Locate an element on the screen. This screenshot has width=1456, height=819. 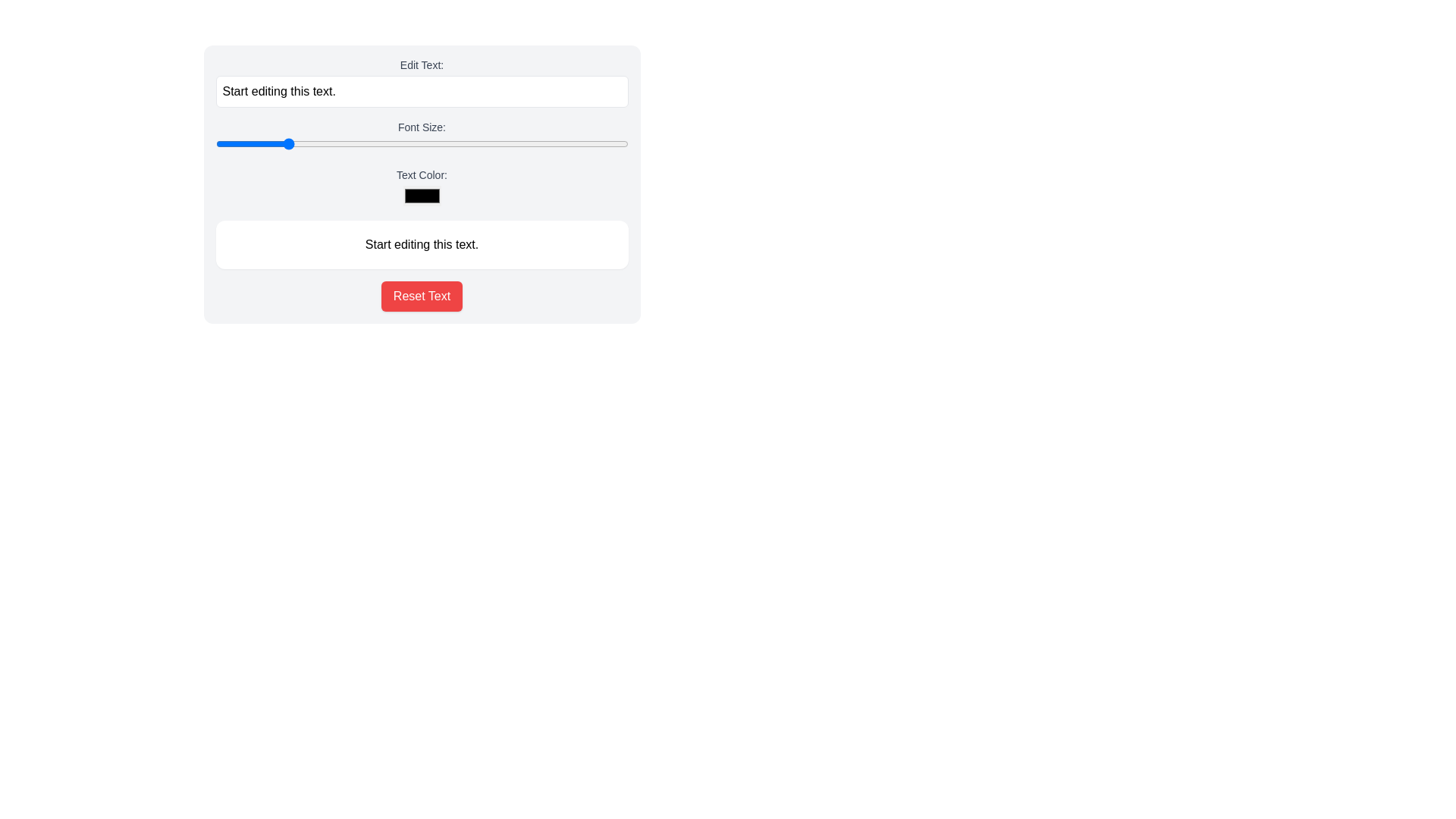
font size is located at coordinates (370, 143).